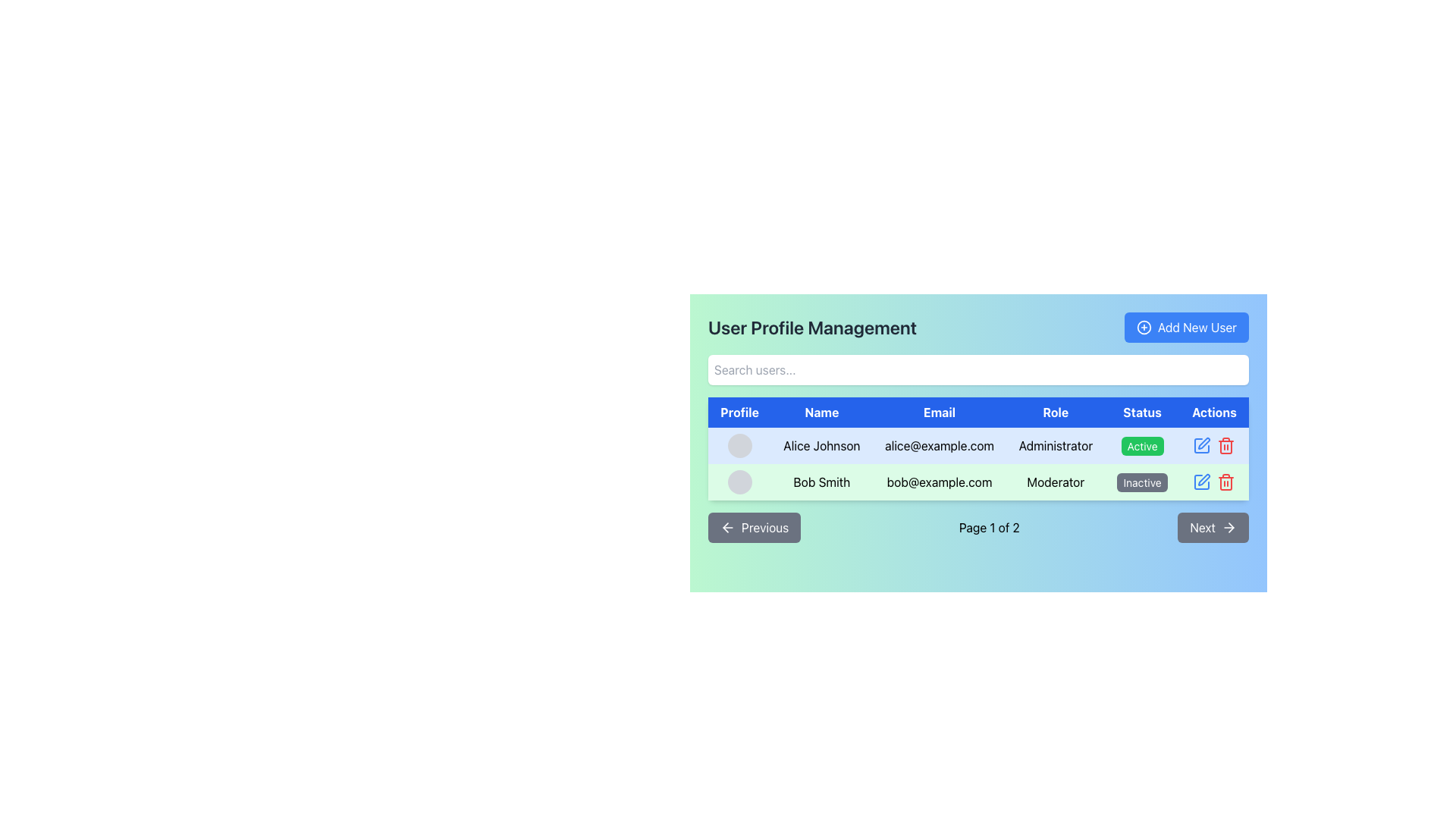 This screenshot has height=819, width=1456. I want to click on the left-pointing arrow icon within the 'Previous' button located at the bottom left of the page to trigger any hover effects, so click(728, 526).